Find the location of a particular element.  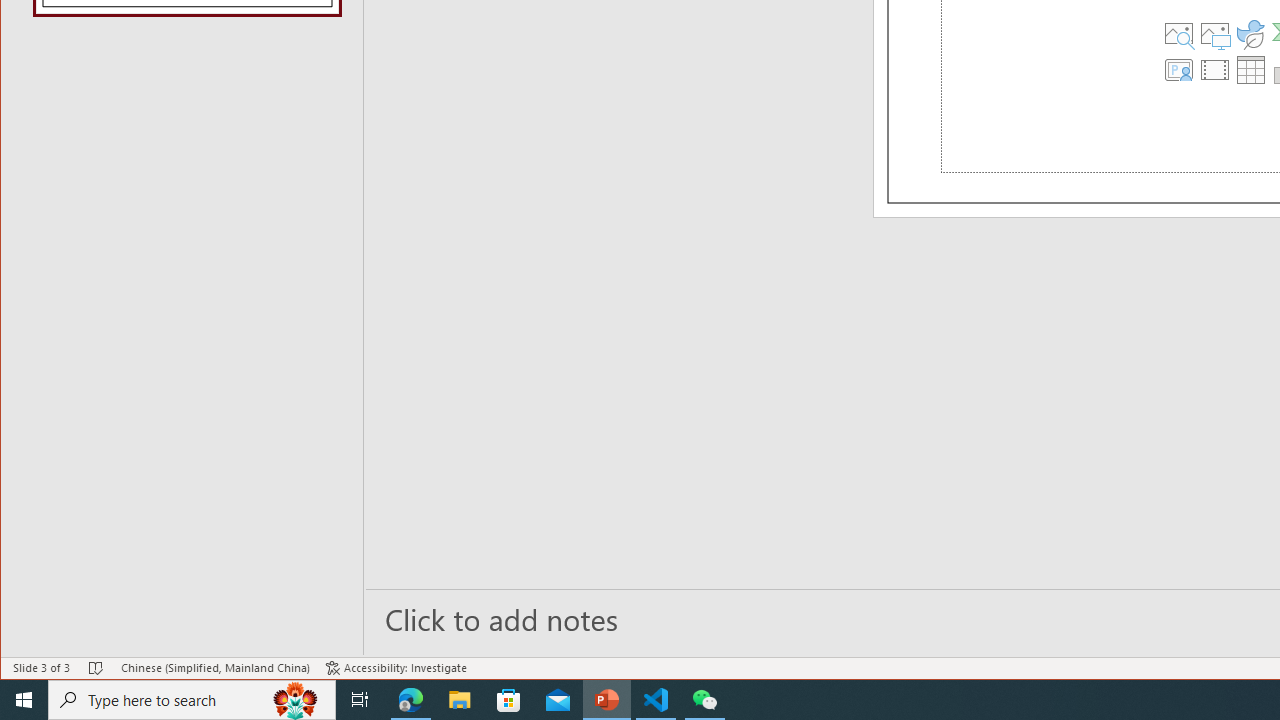

'Insert Table' is located at coordinates (1250, 68).